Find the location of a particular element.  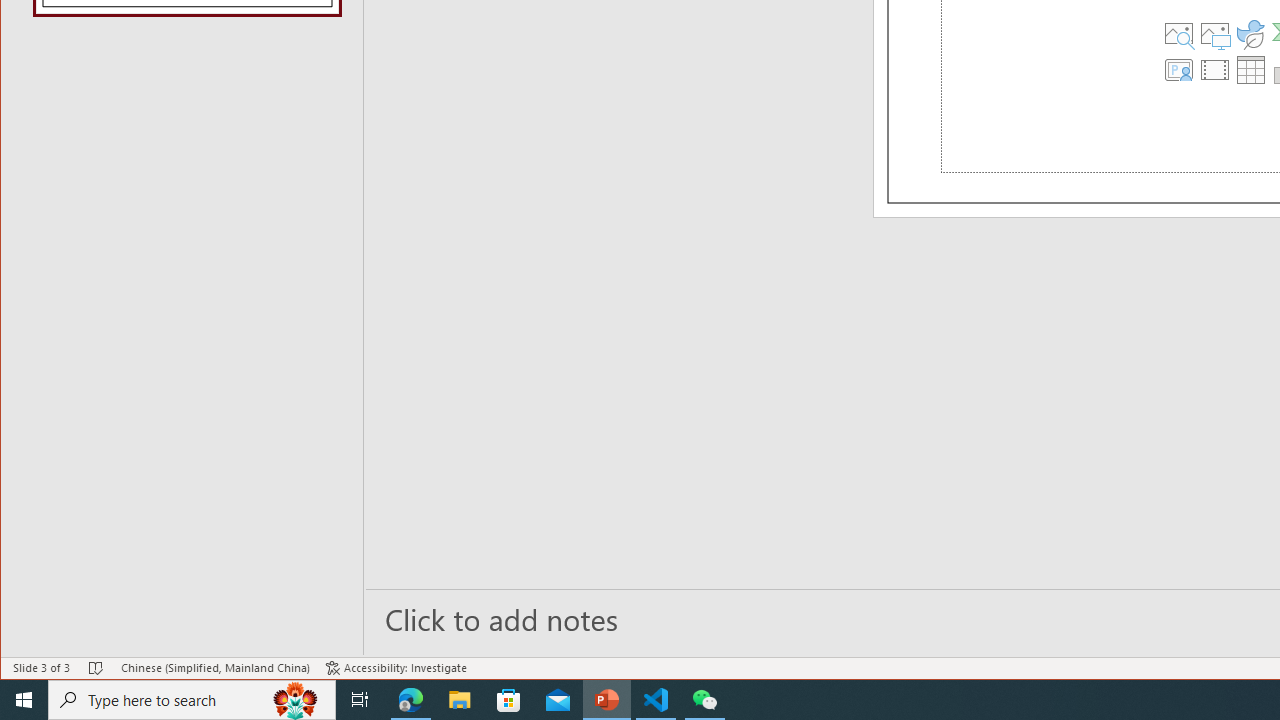

'Insert Table' is located at coordinates (1250, 68).